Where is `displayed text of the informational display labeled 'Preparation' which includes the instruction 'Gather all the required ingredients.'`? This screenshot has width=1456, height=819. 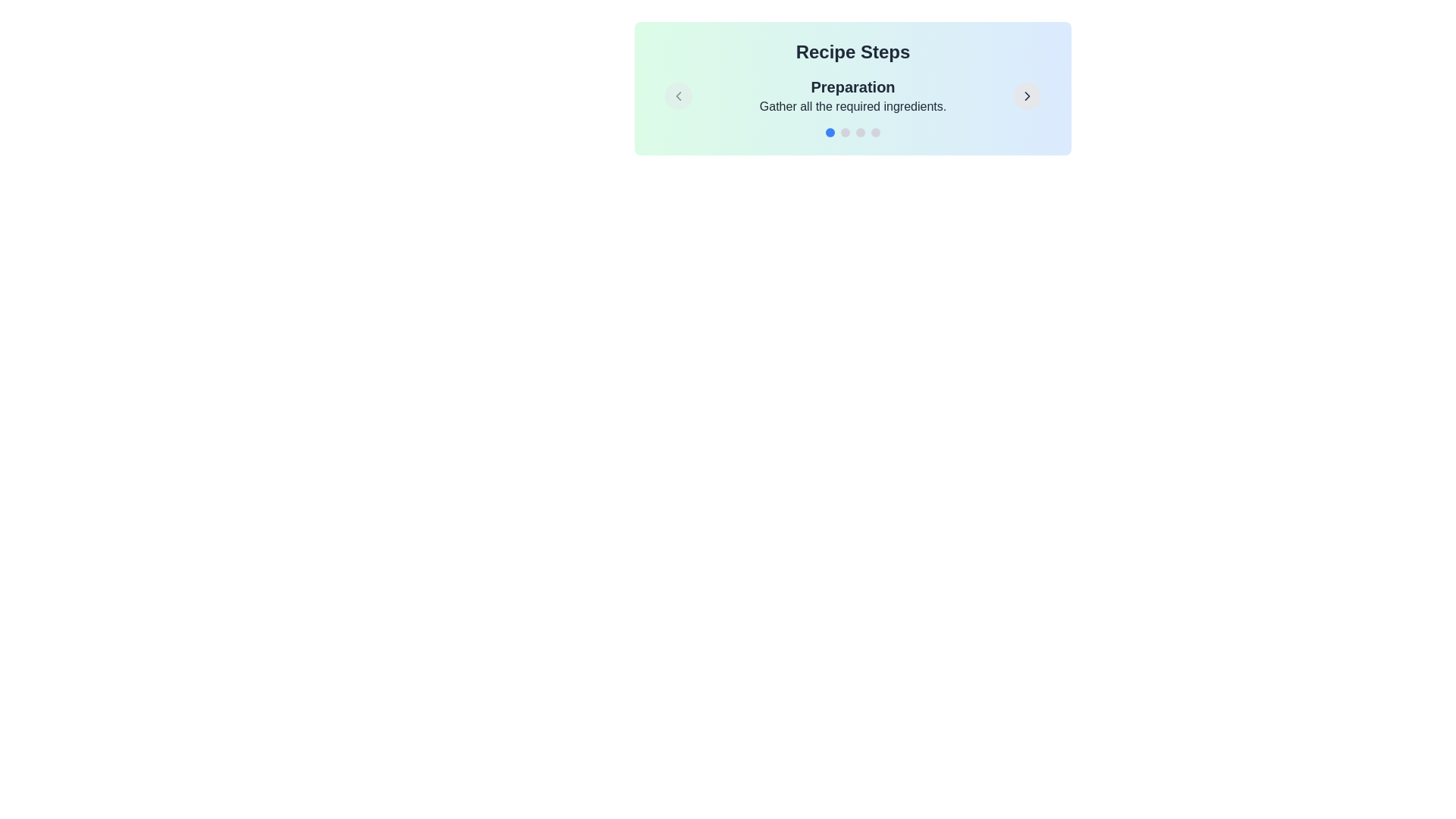
displayed text of the informational display labeled 'Preparation' which includes the instruction 'Gather all the required ingredients.' is located at coordinates (852, 96).